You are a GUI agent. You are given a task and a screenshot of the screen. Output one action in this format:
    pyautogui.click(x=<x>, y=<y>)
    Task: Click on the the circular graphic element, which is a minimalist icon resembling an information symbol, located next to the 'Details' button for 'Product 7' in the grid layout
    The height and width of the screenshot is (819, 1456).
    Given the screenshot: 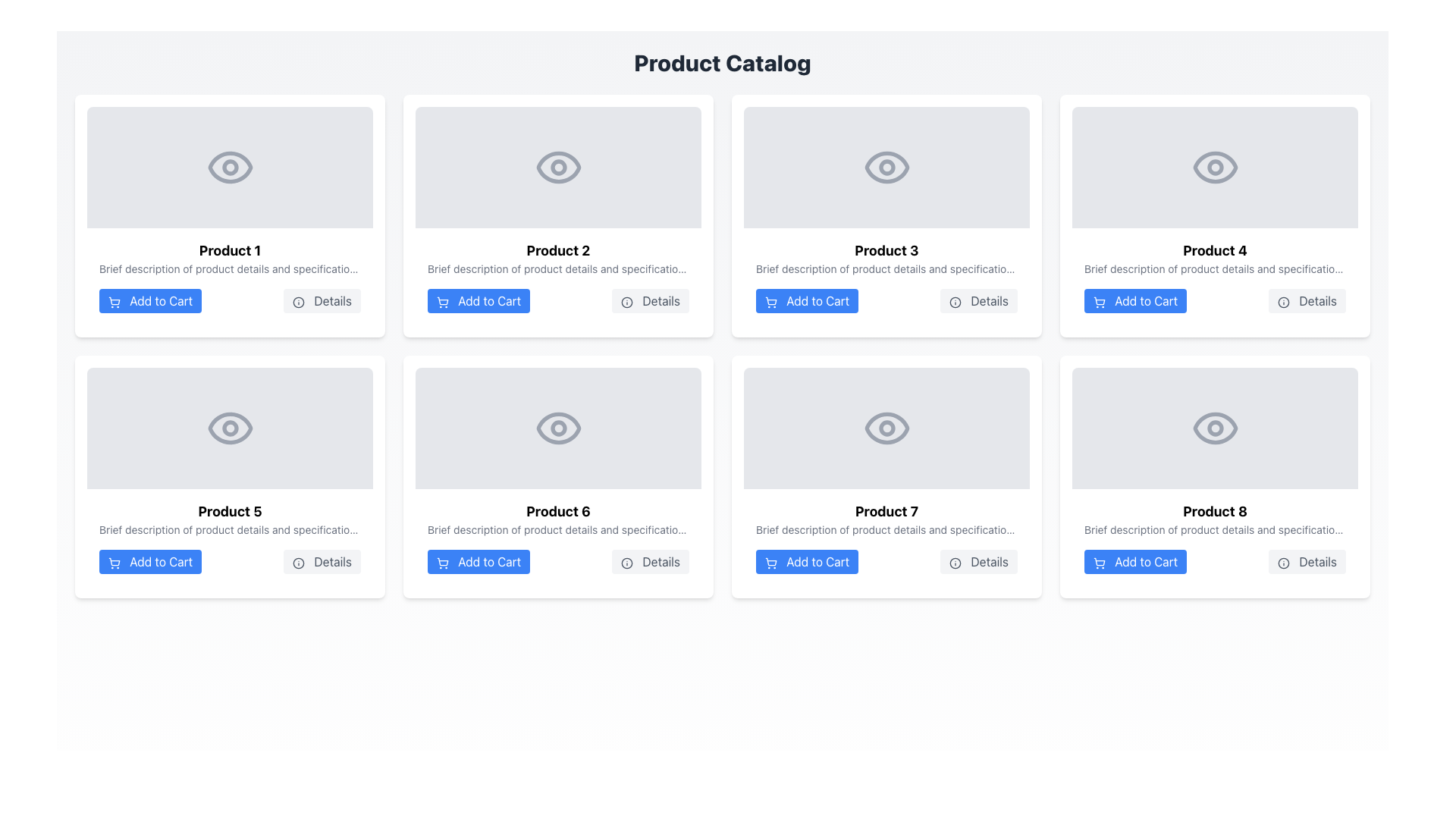 What is the action you would take?
    pyautogui.click(x=955, y=563)
    